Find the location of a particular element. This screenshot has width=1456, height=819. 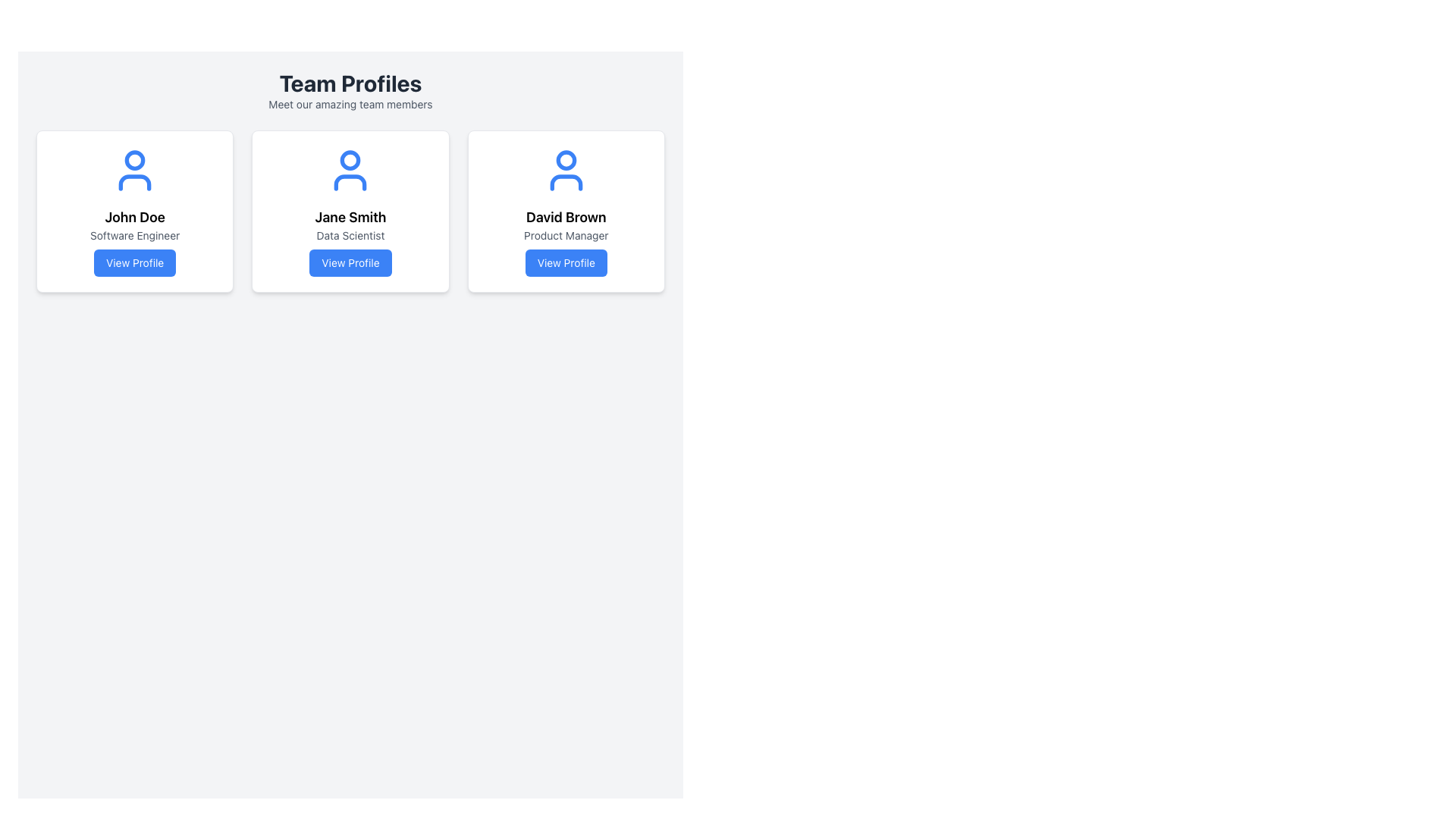

the 'View Profile' button with a blue background and white text located beneath the name 'John Doe Software Engineer' in the first profile card is located at coordinates (135, 262).